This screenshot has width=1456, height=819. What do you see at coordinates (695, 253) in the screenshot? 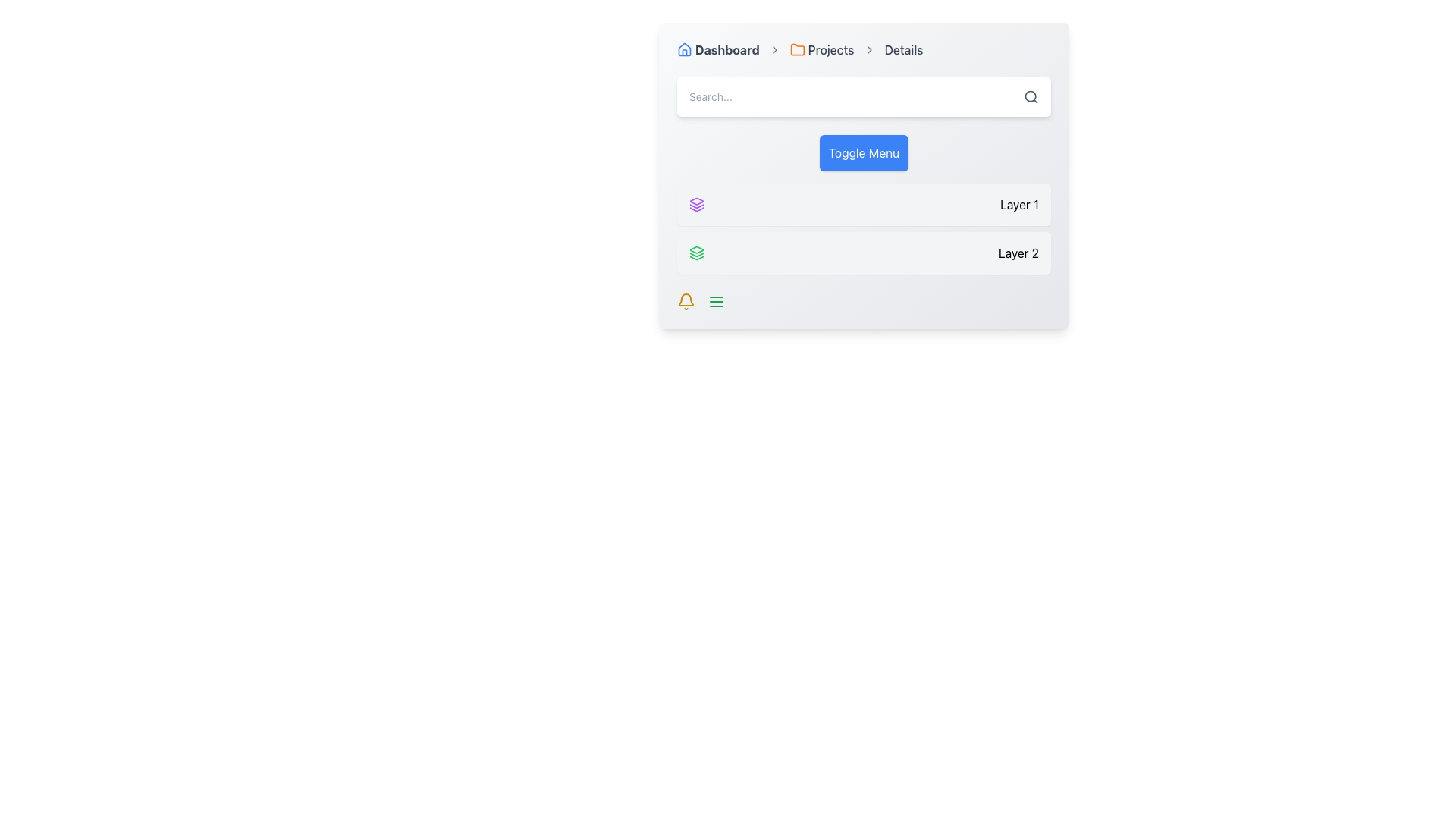
I see `the green icon resembling a stack of layers located within the 'Layer 2' section` at bounding box center [695, 253].